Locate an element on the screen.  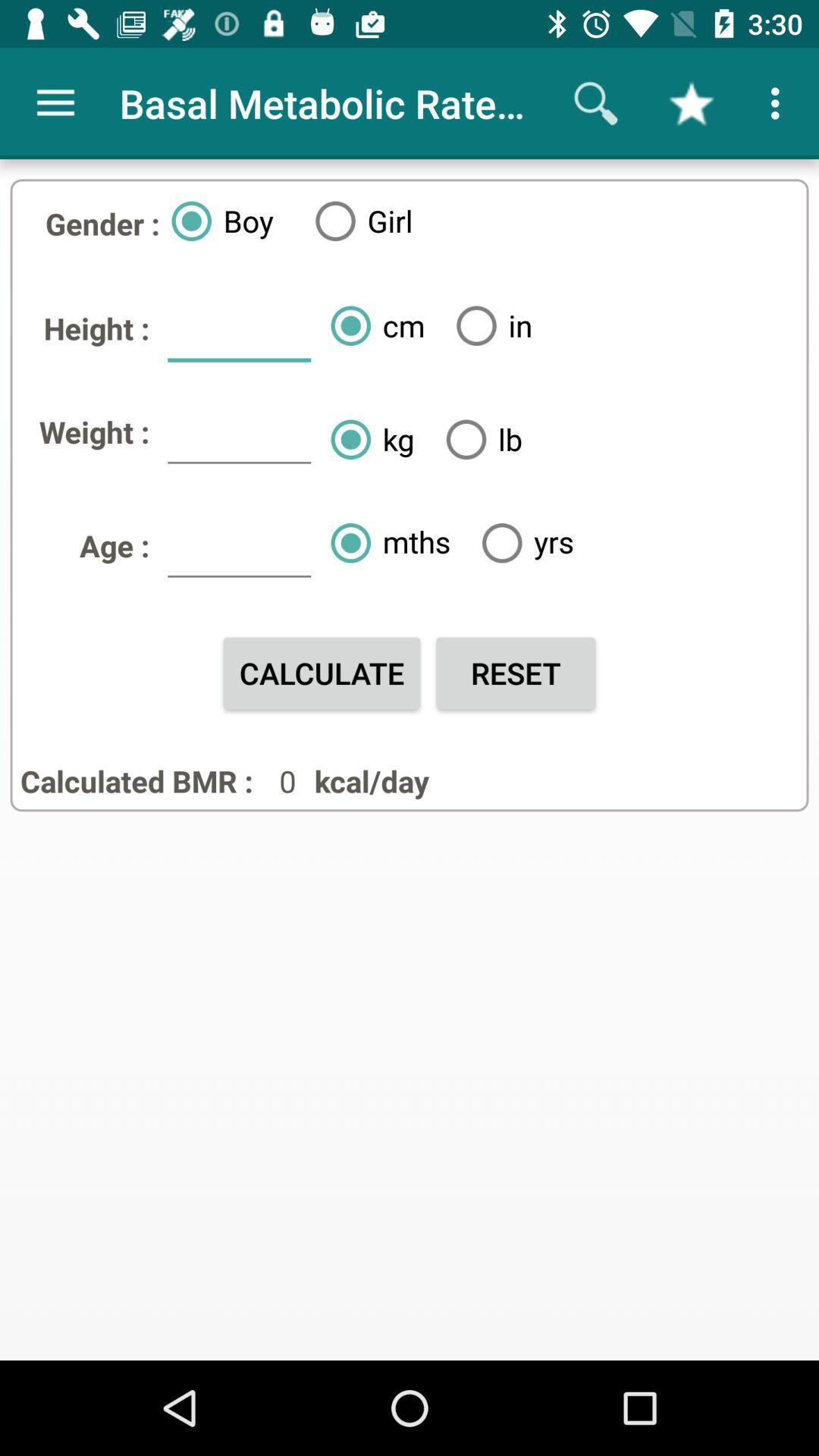
the in is located at coordinates (488, 325).